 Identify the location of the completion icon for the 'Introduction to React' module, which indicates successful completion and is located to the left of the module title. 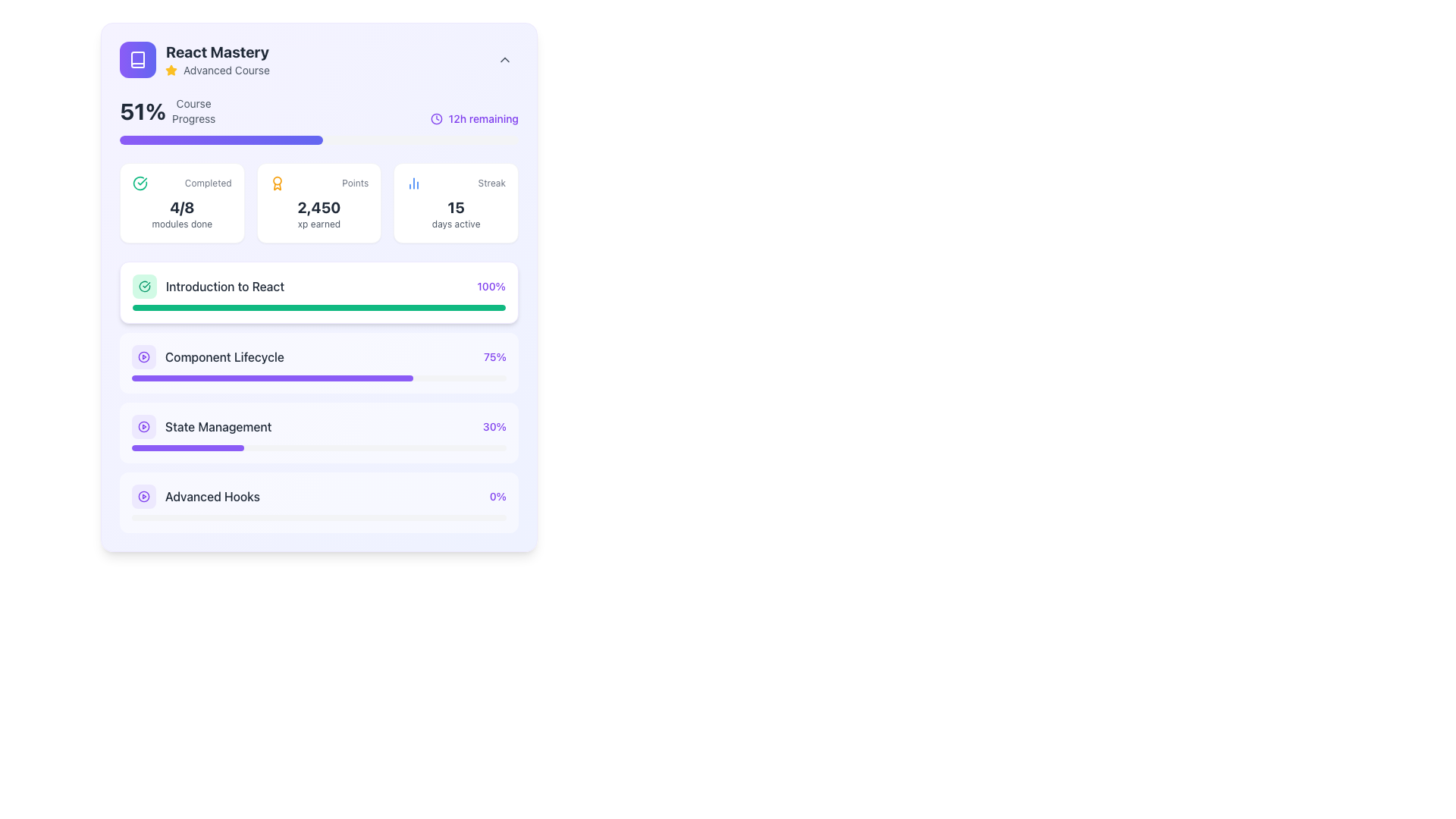
(145, 287).